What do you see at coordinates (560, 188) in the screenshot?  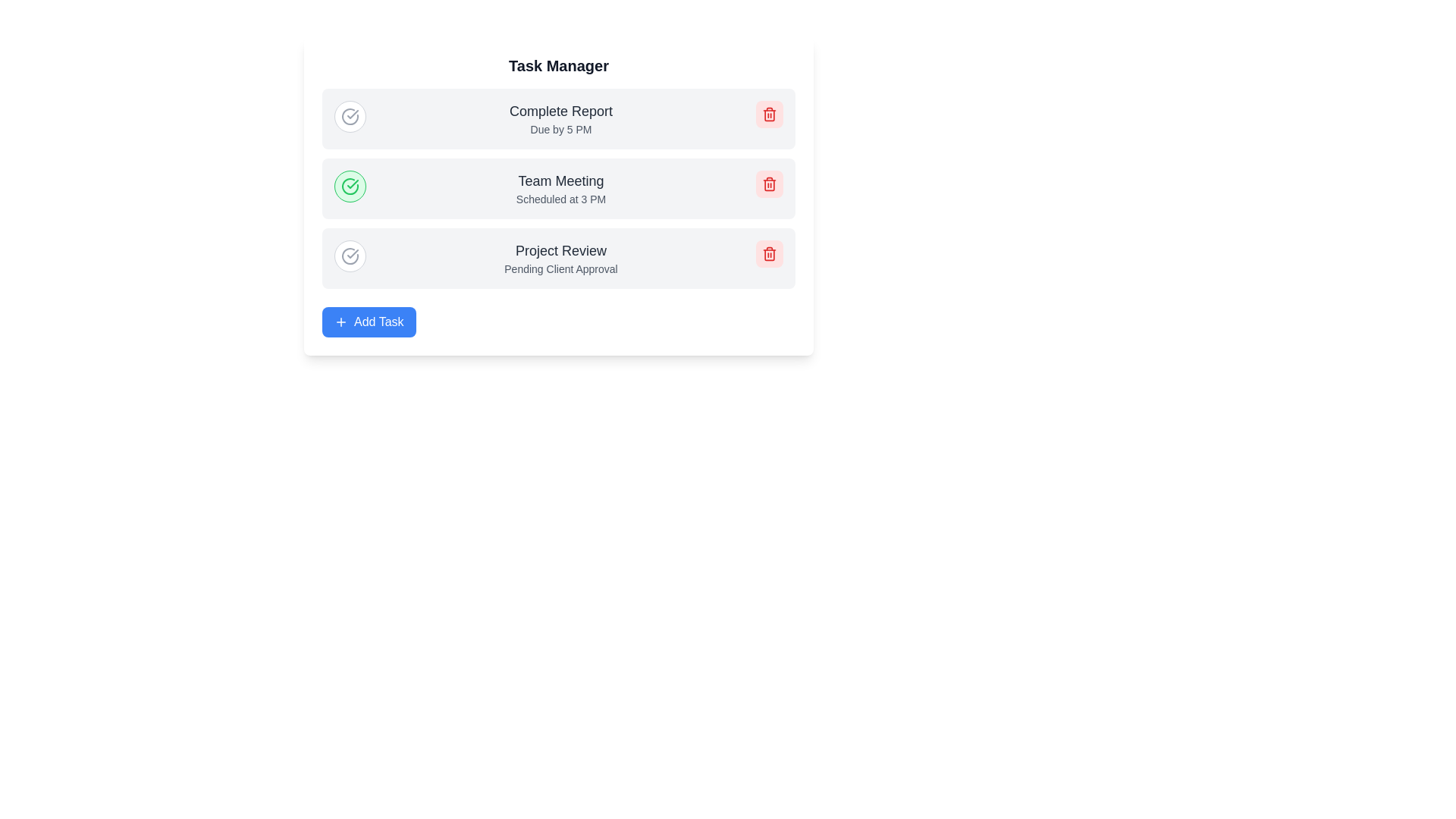 I see `the 'Team Meeting' text display element, which features a larger bold title and a smaller subtitle, located centrally between the green check icon and the red delete button` at bounding box center [560, 188].